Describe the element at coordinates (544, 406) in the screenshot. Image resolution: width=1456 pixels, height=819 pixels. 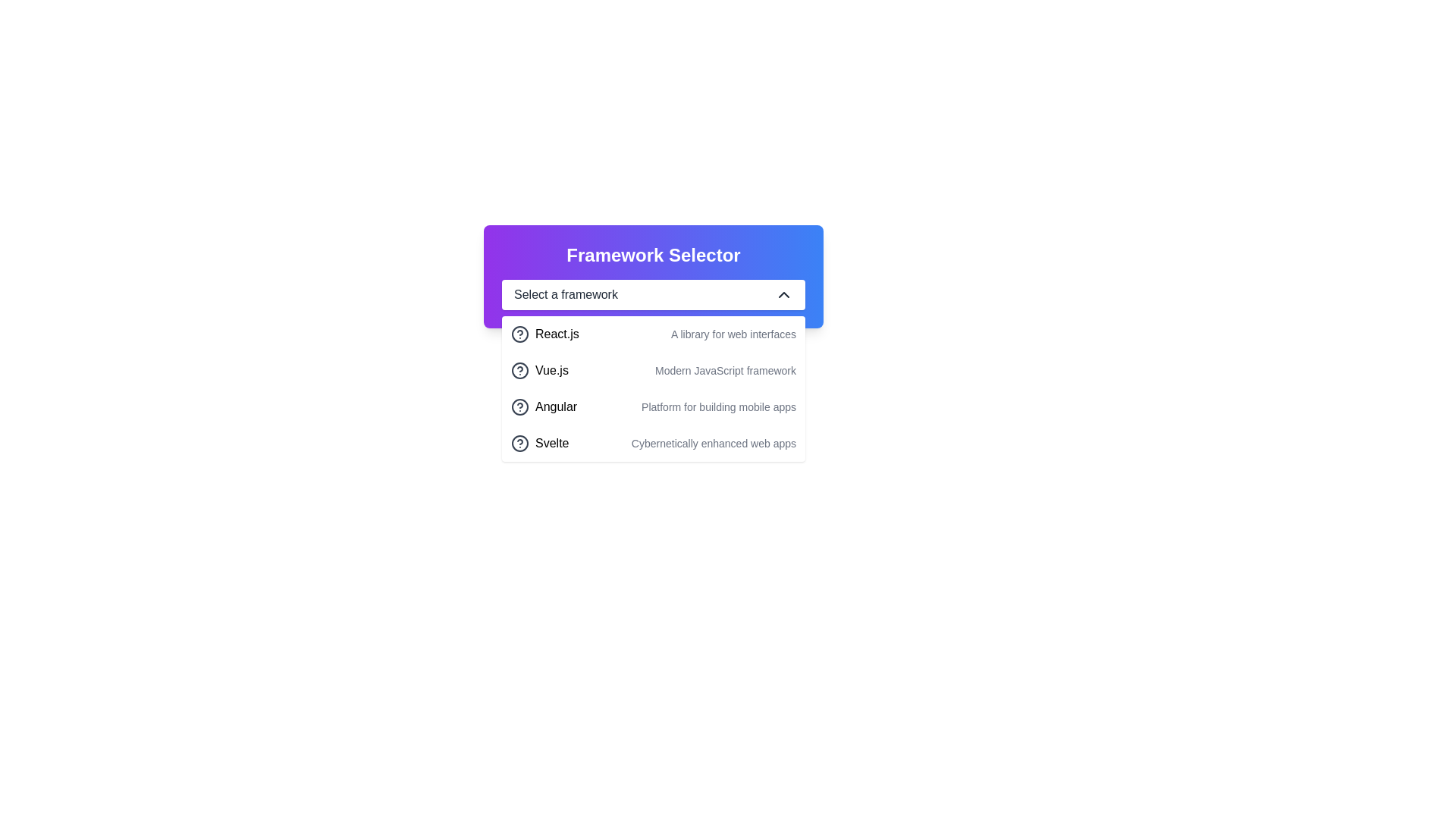
I see `the third item` at that location.